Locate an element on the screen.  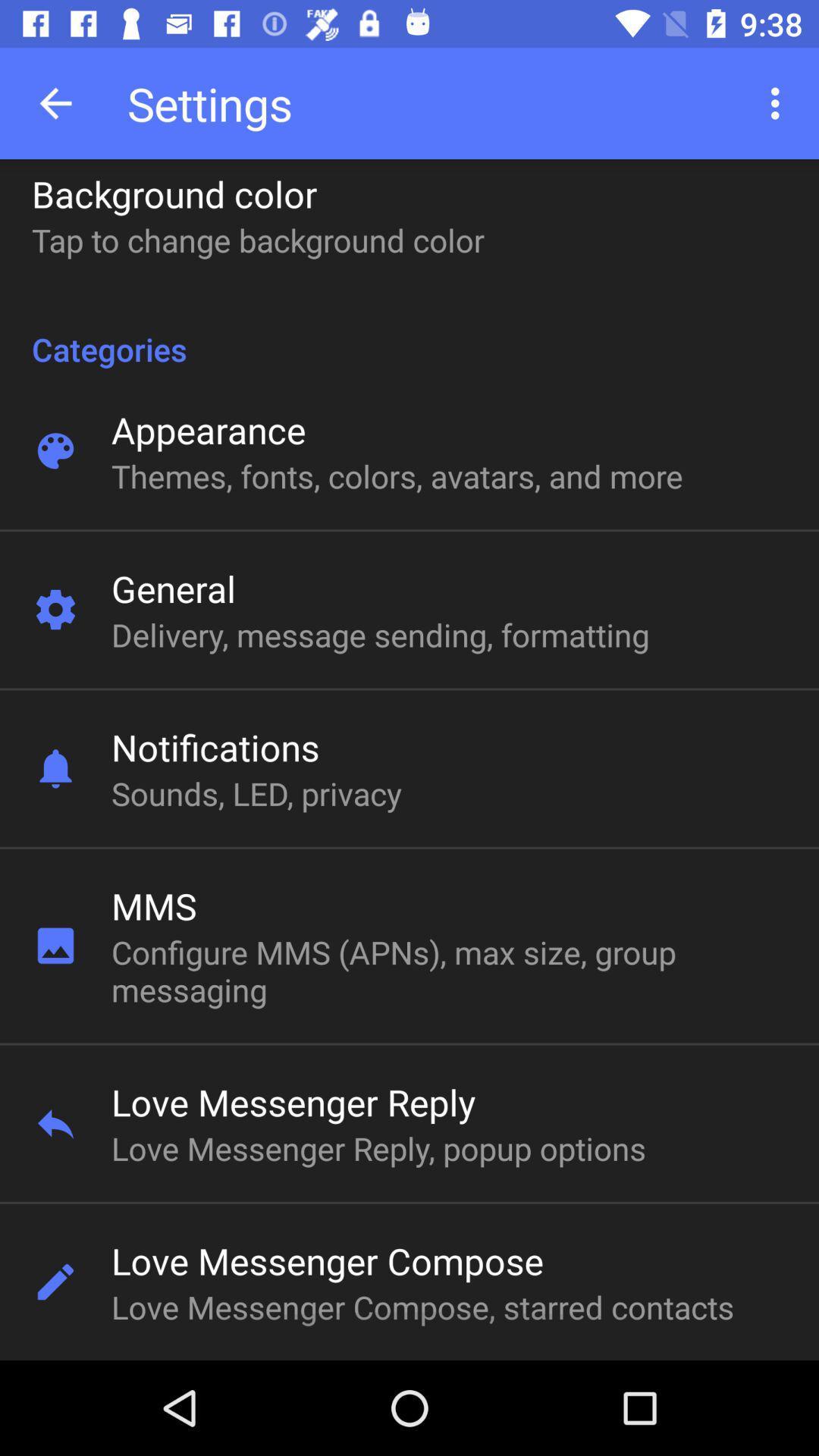
item above sounds, led, privacy item is located at coordinates (215, 747).